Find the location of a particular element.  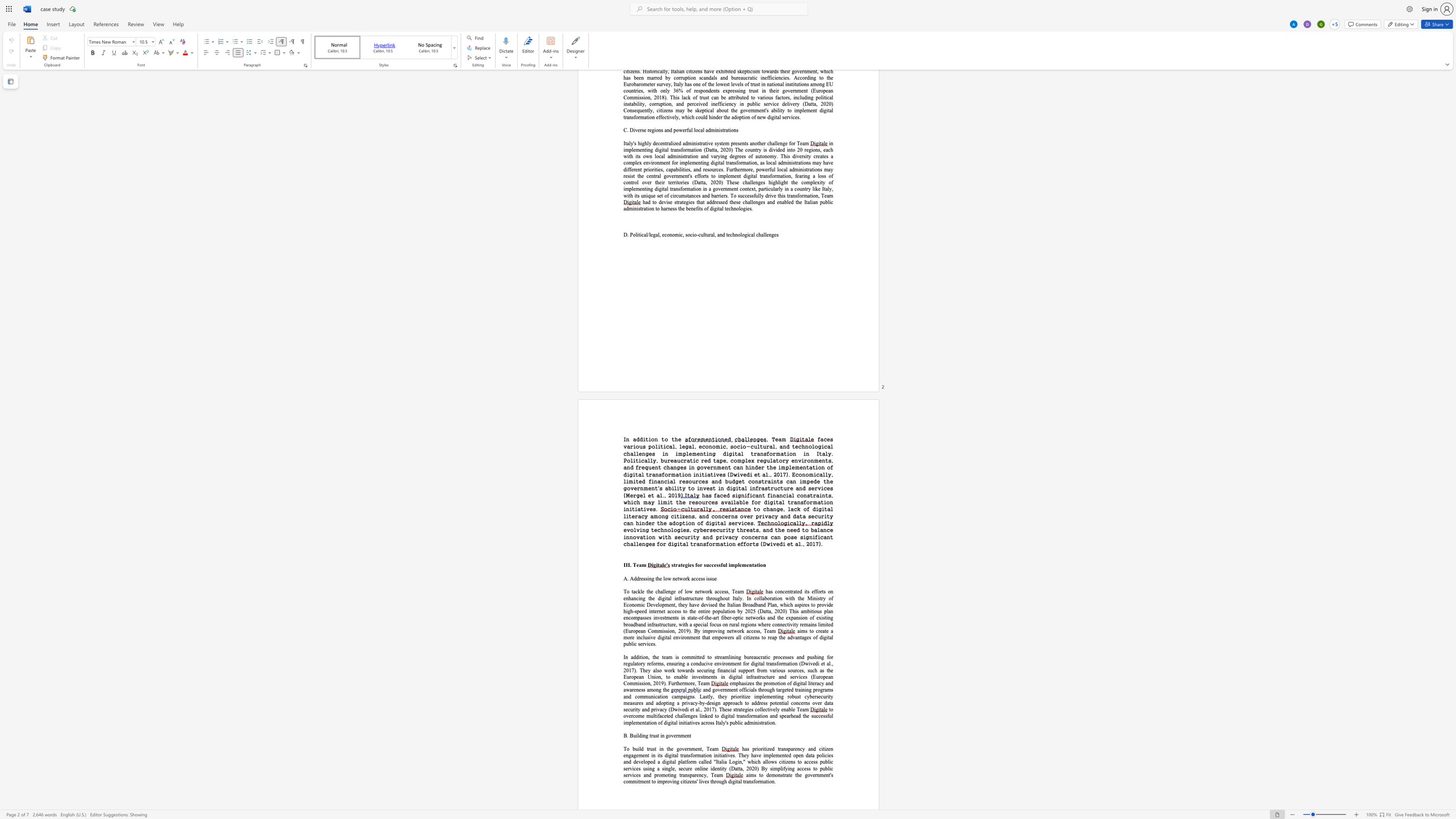

the space between the continuous character "v" and "e" in the text is located at coordinates (684, 748).